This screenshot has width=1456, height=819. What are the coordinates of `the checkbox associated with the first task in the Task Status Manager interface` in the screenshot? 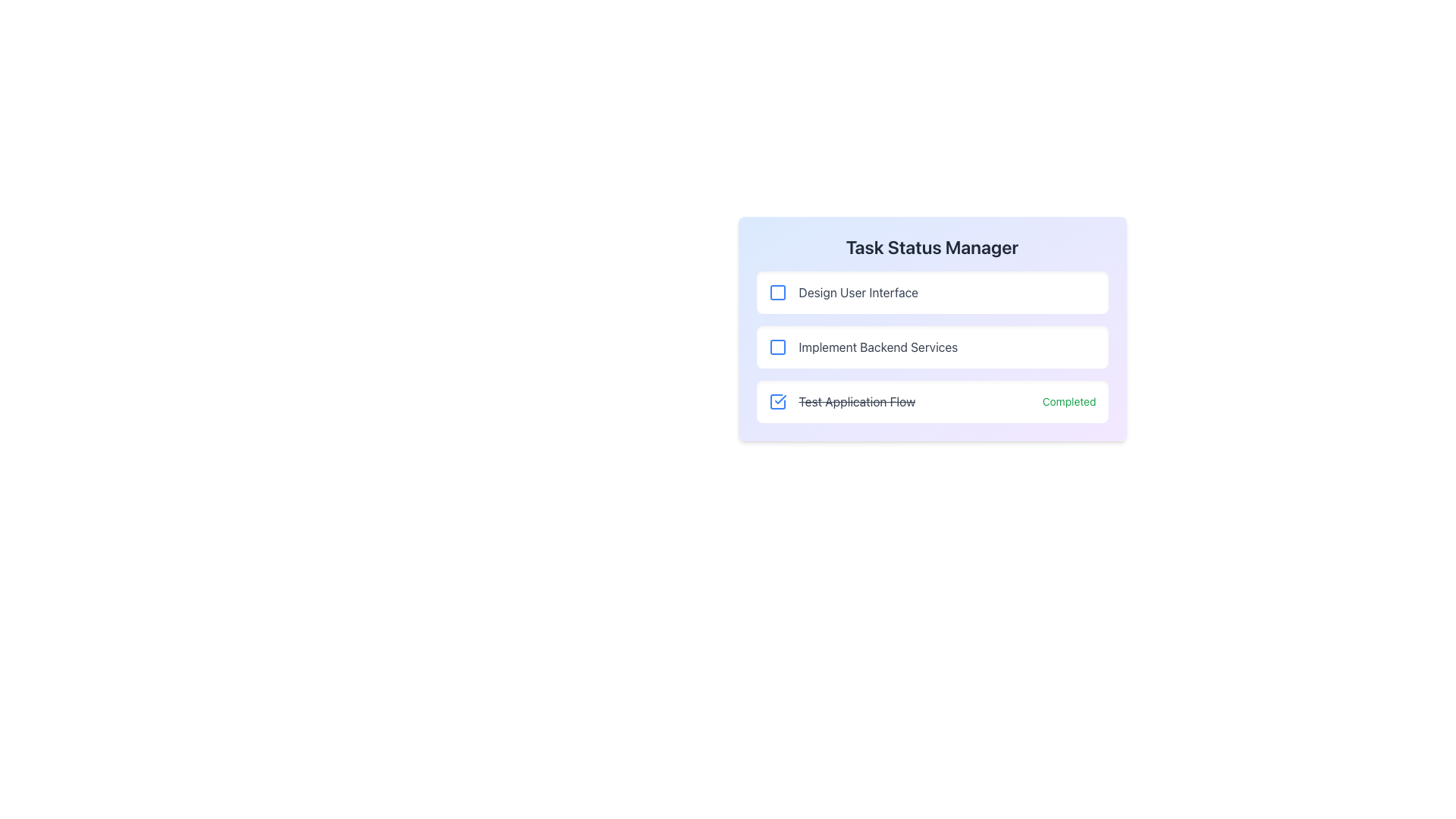 It's located at (843, 292).